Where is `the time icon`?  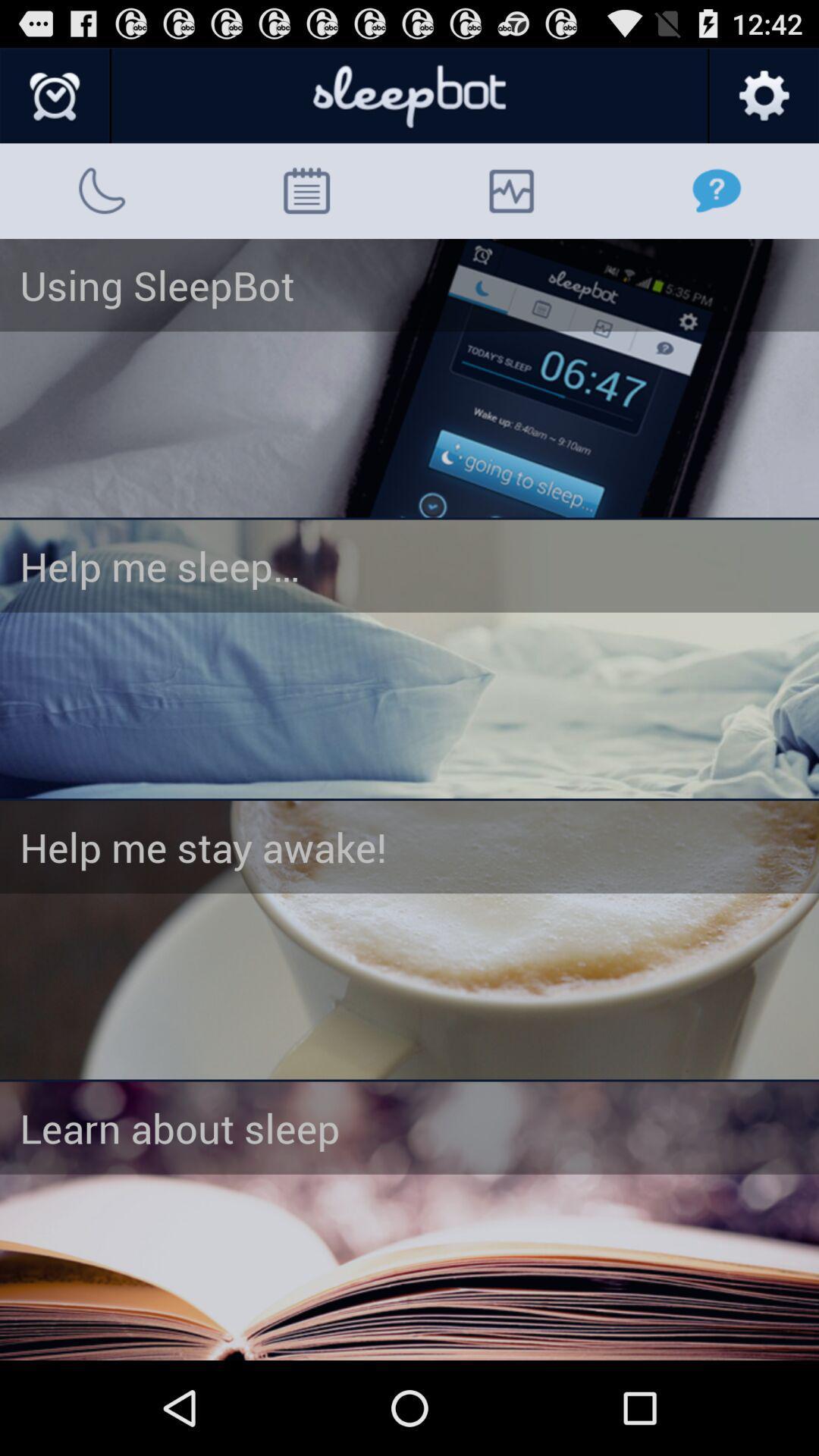 the time icon is located at coordinates (55, 102).